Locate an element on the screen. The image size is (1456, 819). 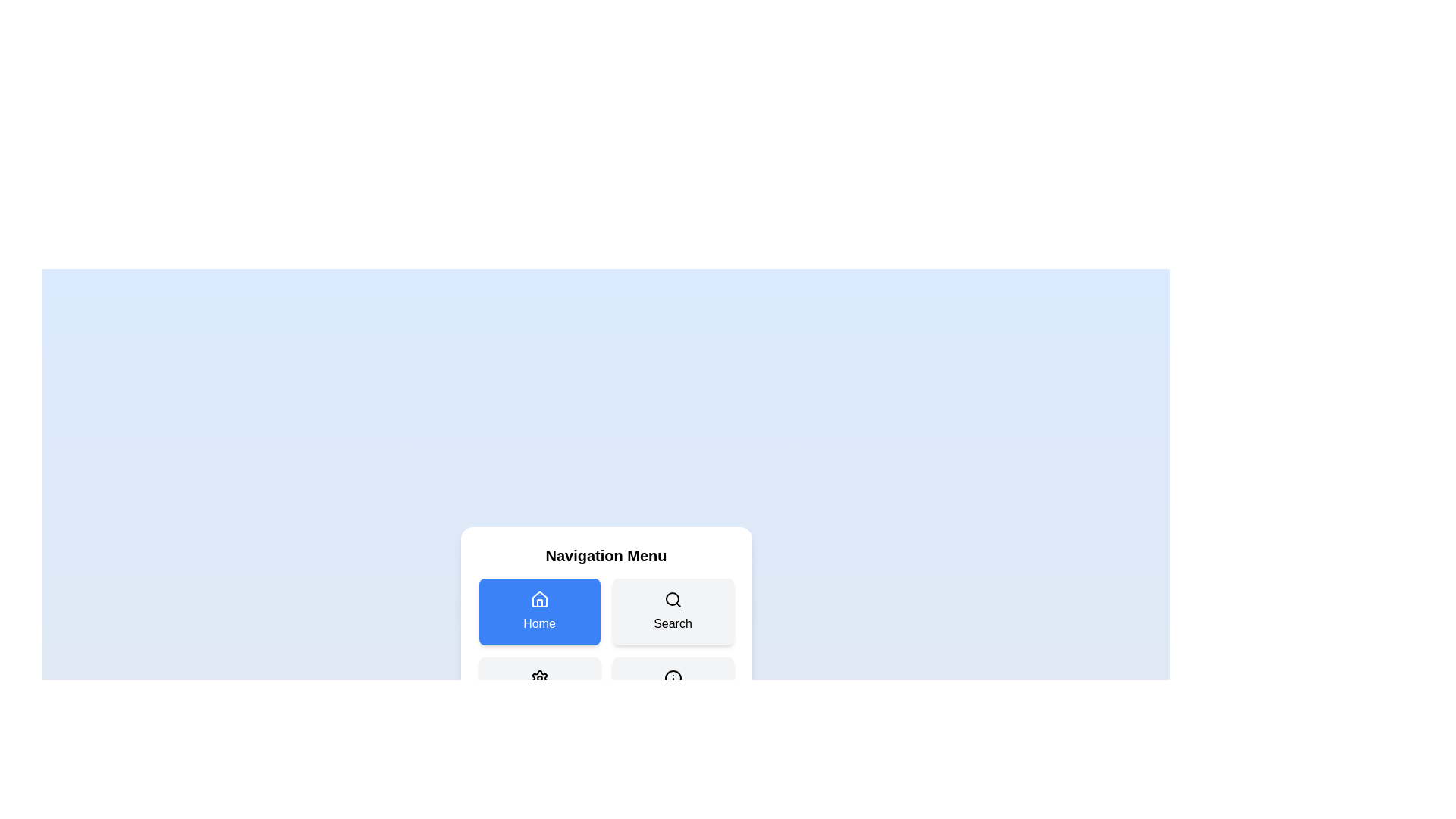
the menu item Search to observe its hover effect is located at coordinates (672, 610).